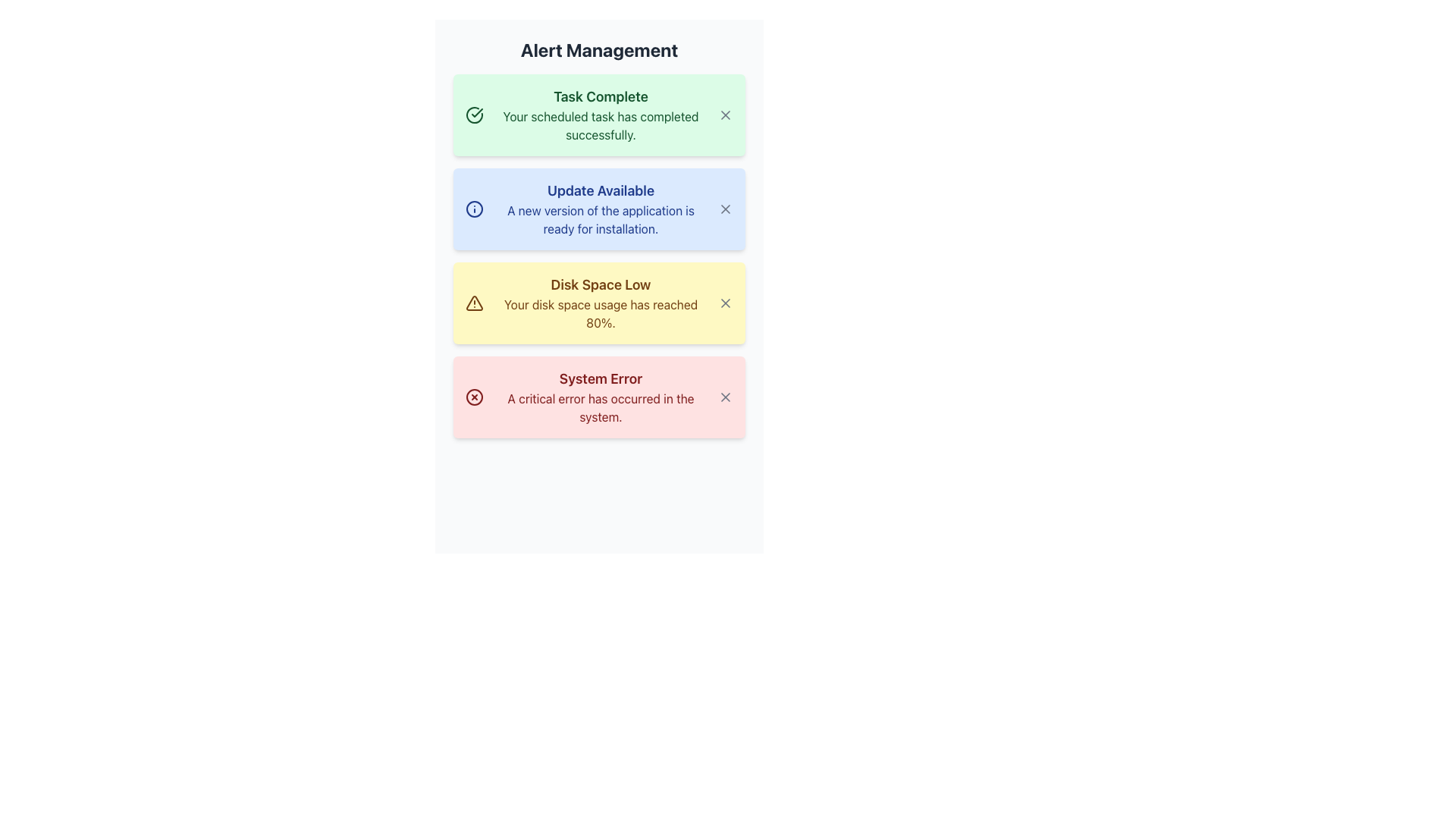  I want to click on the circular segment icon representing a checkmark within the 'Task Complete' notification box located at the left-hand side, so click(473, 114).